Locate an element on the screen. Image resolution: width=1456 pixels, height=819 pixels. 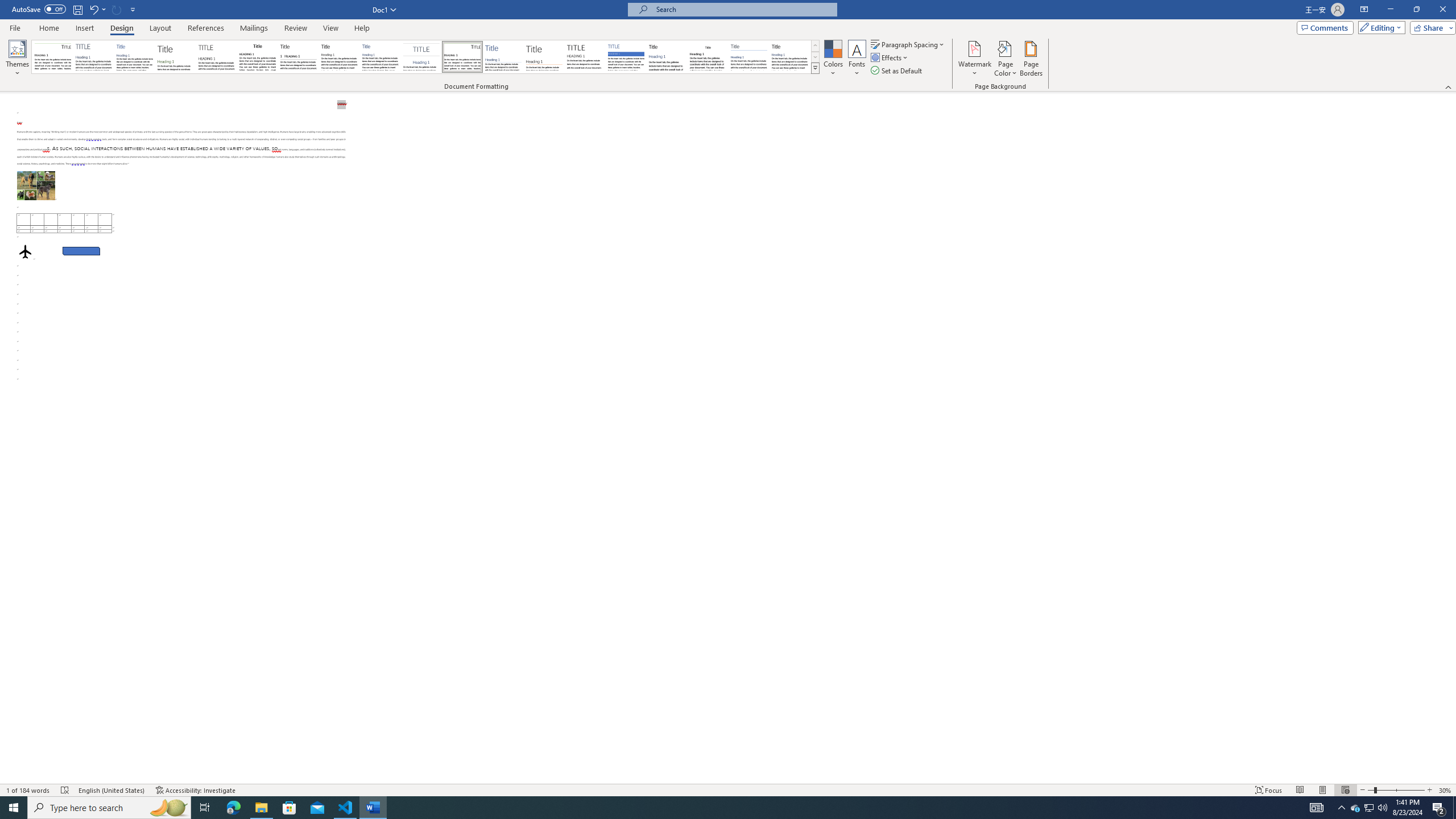
'Zoom 30%' is located at coordinates (1445, 790).